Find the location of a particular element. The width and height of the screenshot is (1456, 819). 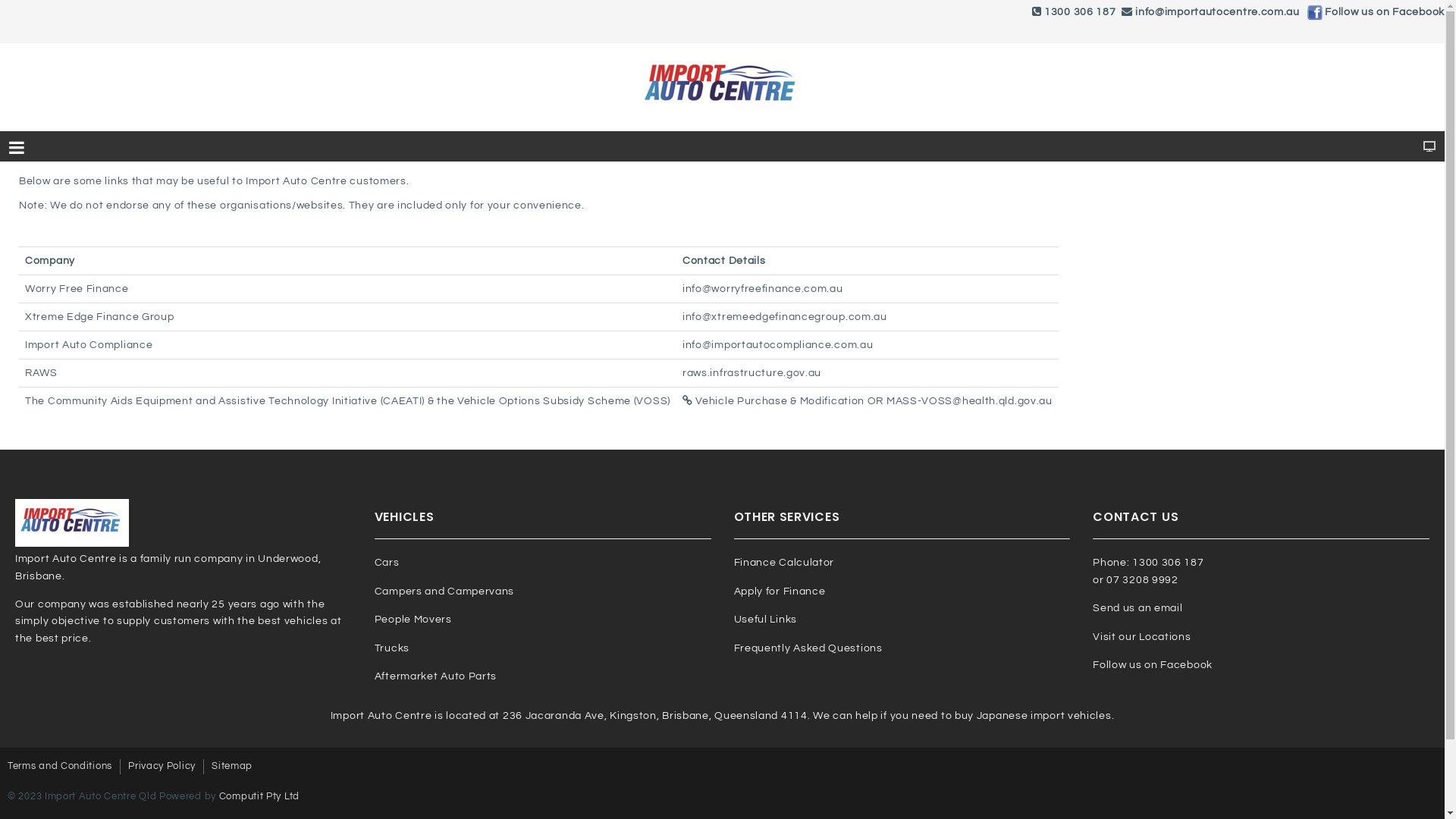

'info@worryfreefinance.com.au' is located at coordinates (763, 289).